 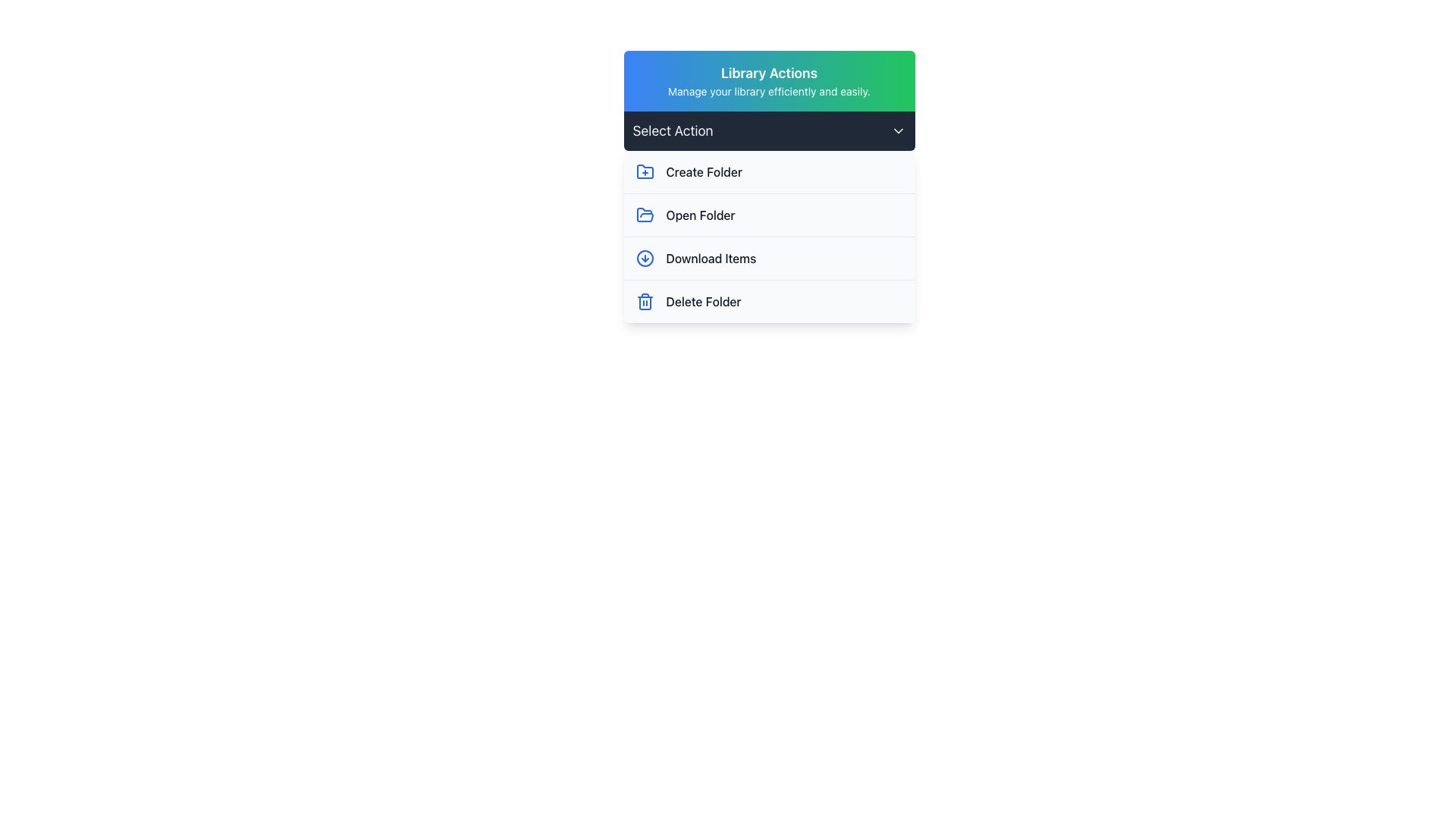 What do you see at coordinates (645, 215) in the screenshot?
I see `the blue open folder icon located in the second row of the 'Select Action' dropdown menu, which is directly to the left of the 'Open Folder' text` at bounding box center [645, 215].